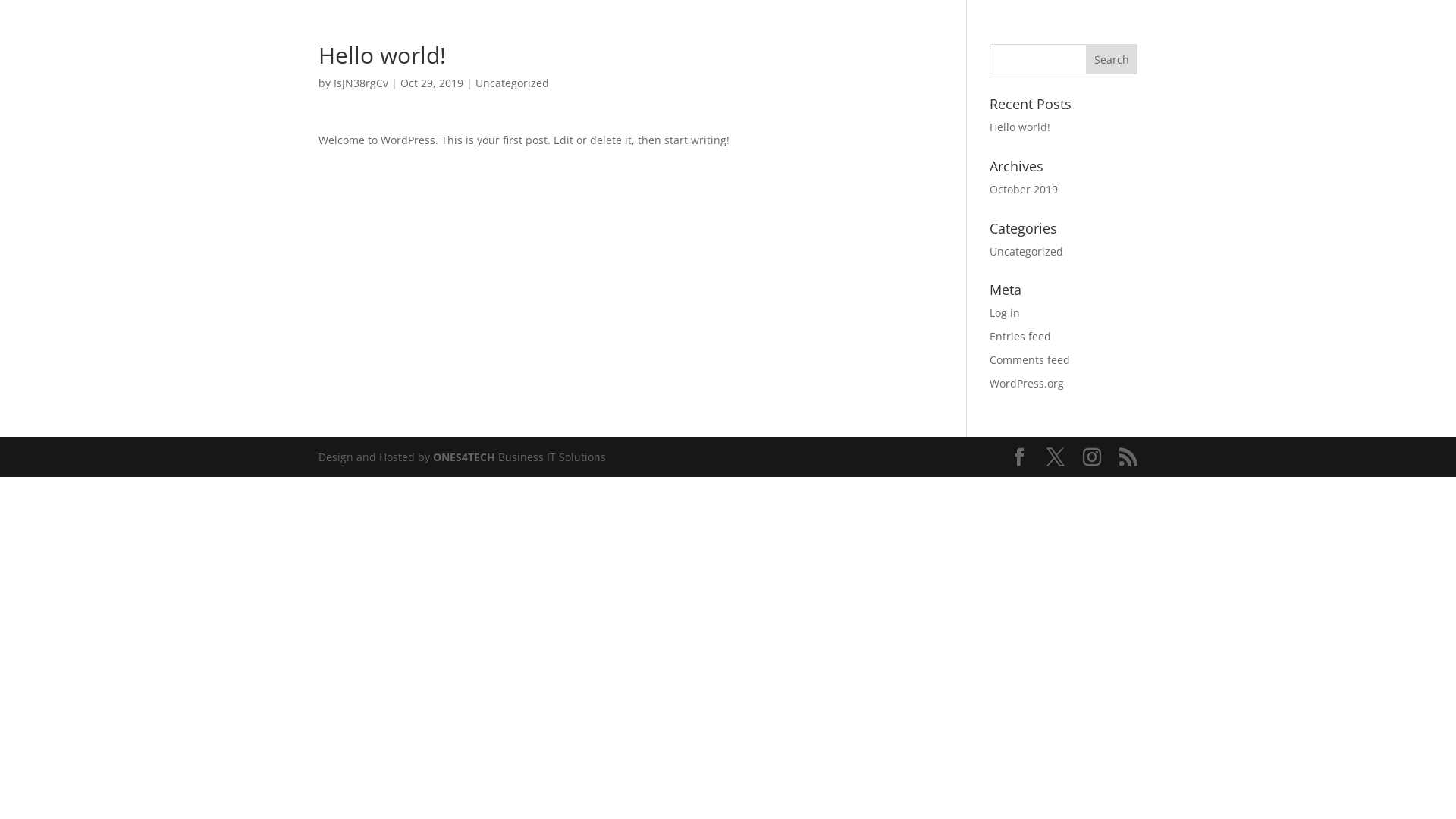  What do you see at coordinates (1084, 58) in the screenshot?
I see `'Search'` at bounding box center [1084, 58].